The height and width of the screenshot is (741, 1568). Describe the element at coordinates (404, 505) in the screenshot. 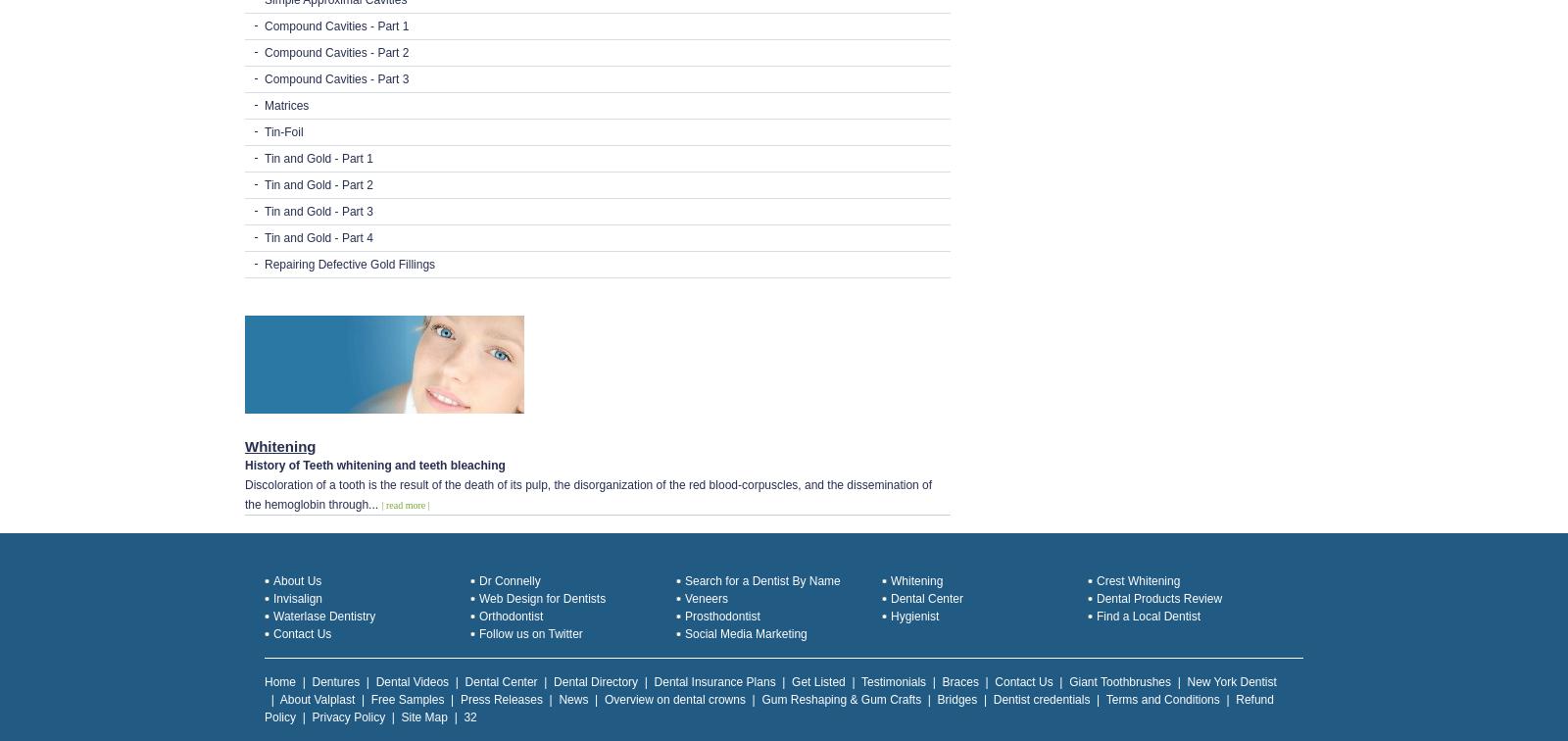

I see `'| read more |'` at that location.